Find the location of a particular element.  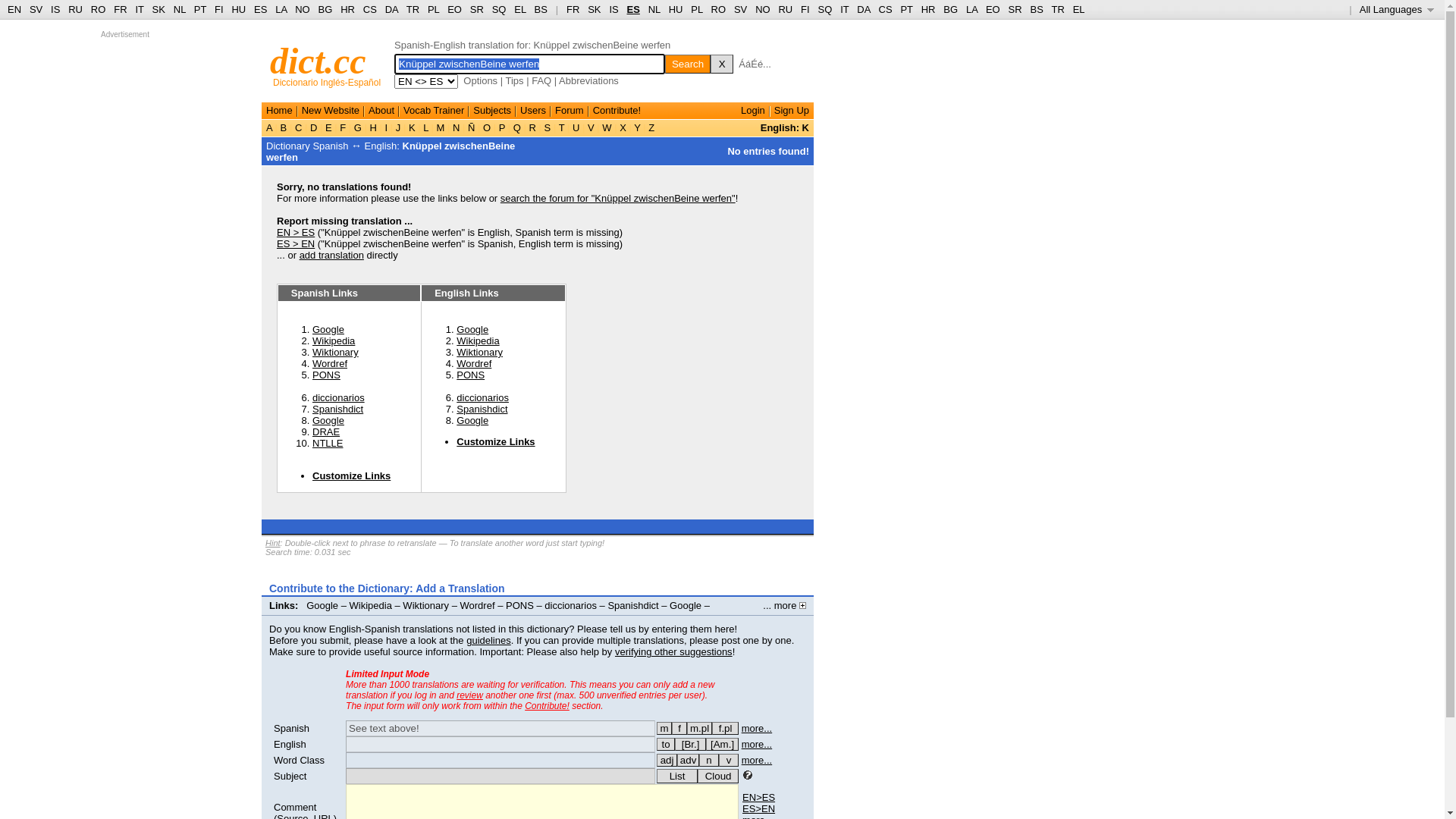

'Options' is located at coordinates (462, 80).